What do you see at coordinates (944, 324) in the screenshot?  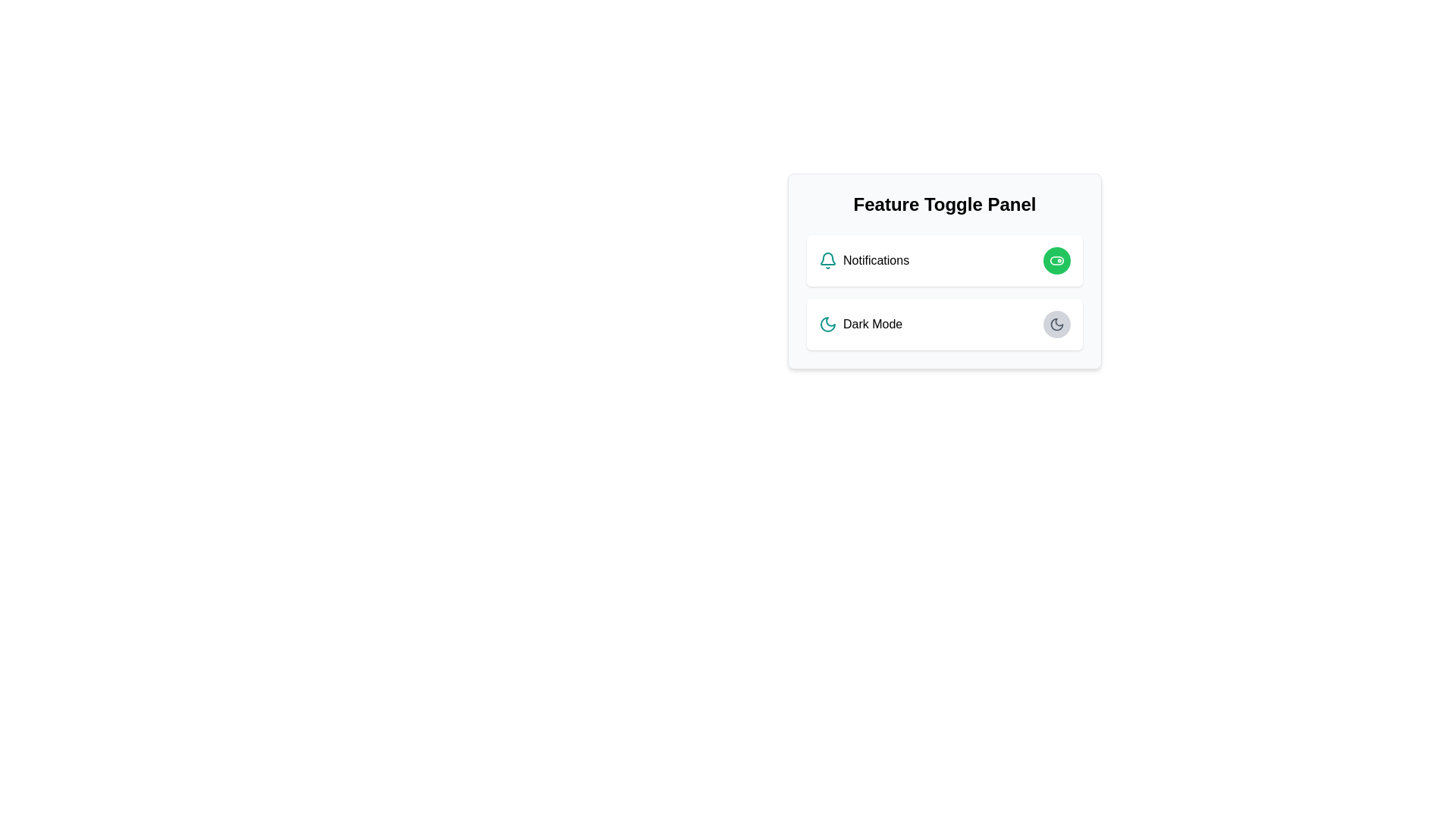 I see `the 'Dark Mode' toggle setting control located in the 'Feature Toggle Panel'` at bounding box center [944, 324].